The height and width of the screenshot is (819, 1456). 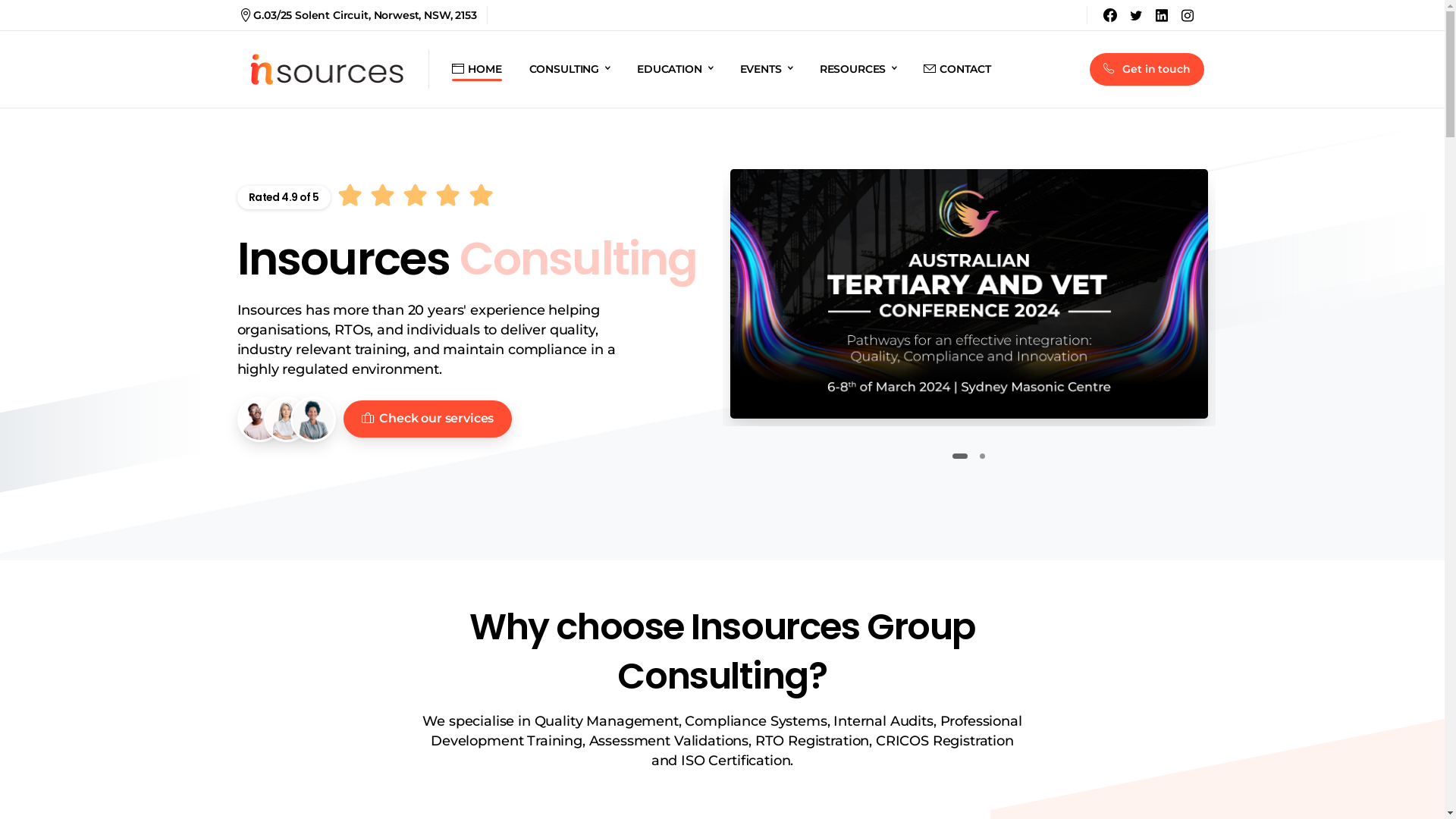 What do you see at coordinates (1135, 14) in the screenshot?
I see `'twitter'` at bounding box center [1135, 14].